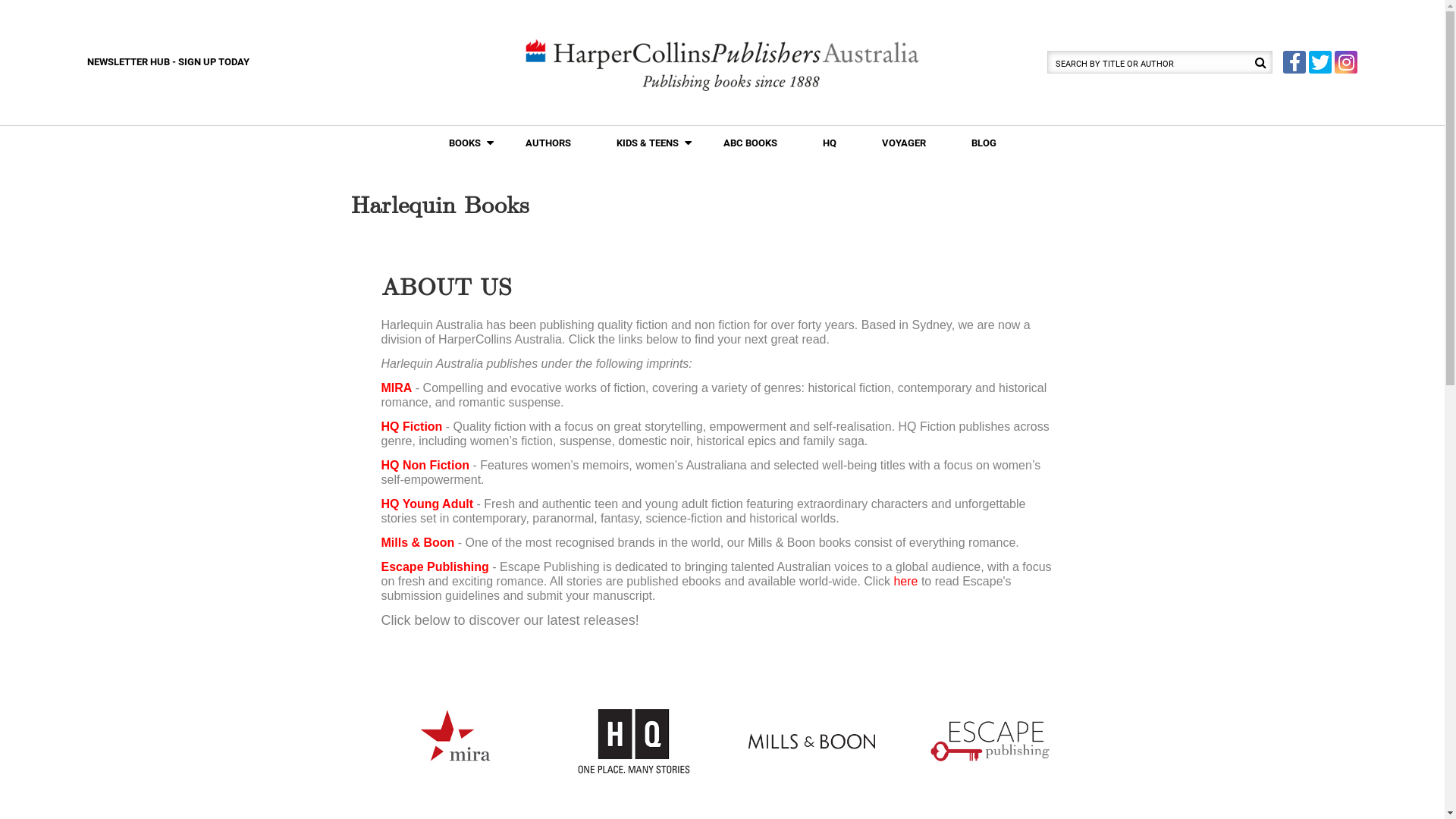  I want to click on 'VOYAGER', so click(902, 143).